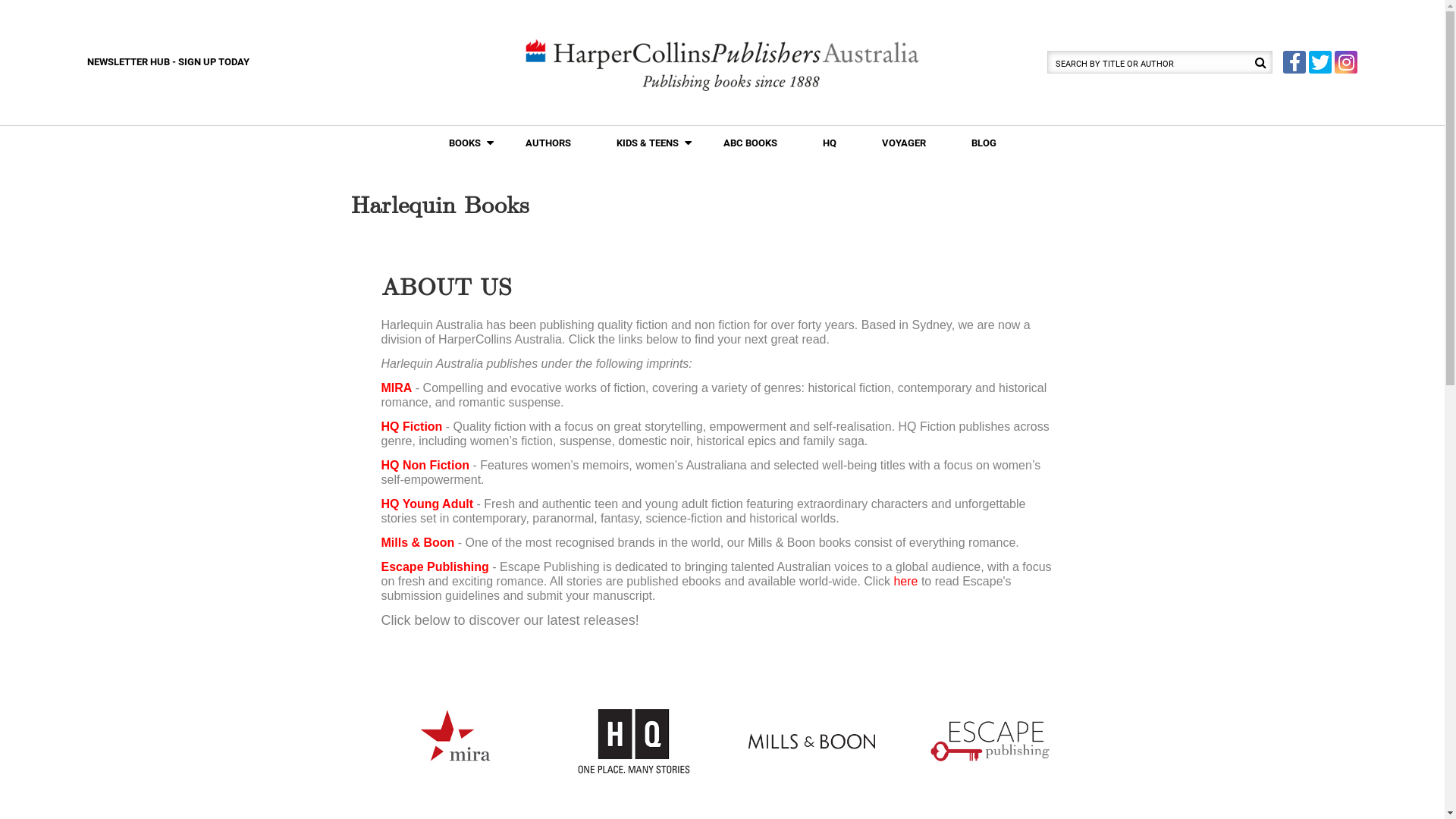  I want to click on 'VOYAGER', so click(902, 143).